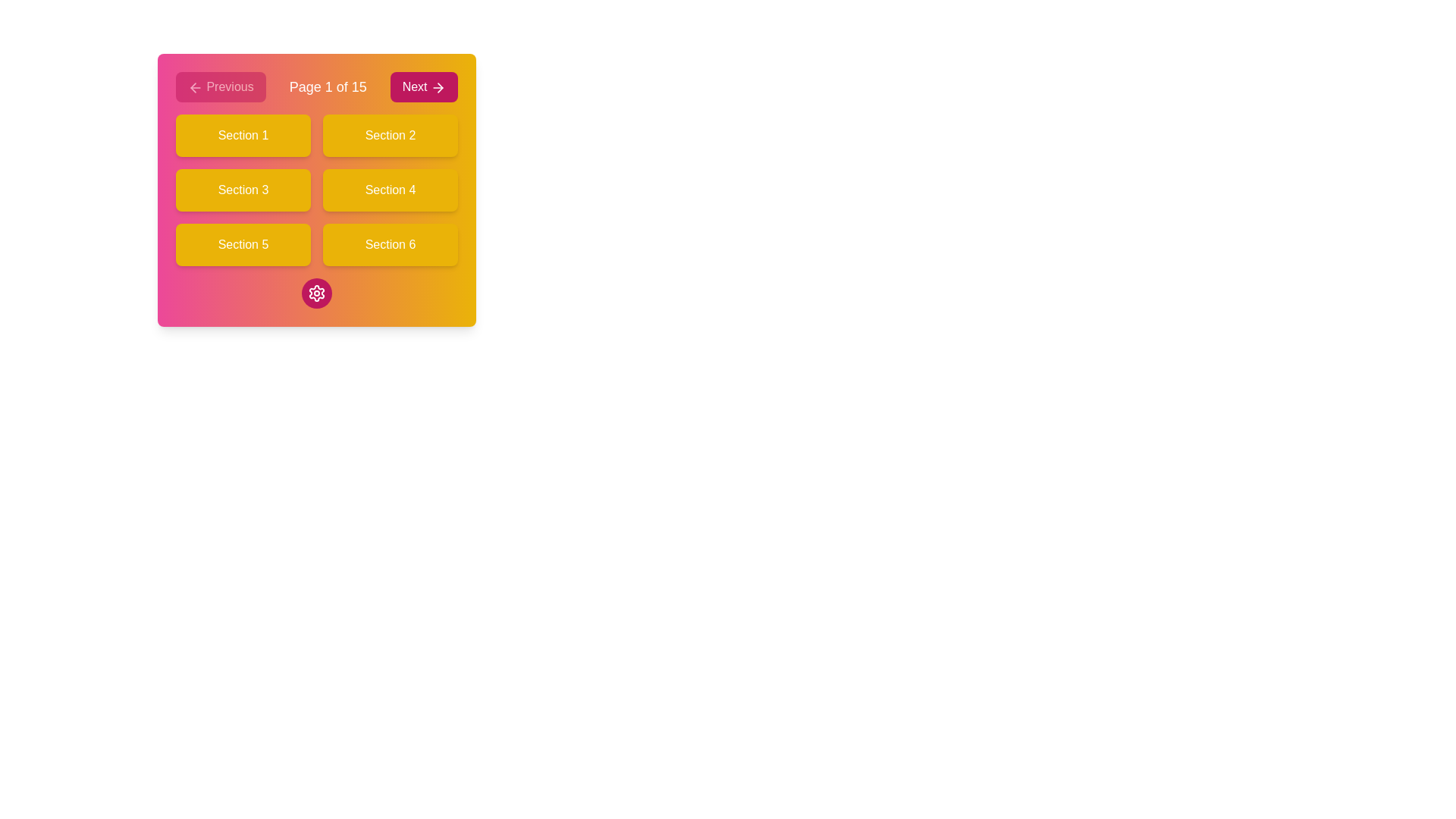 This screenshot has width=1456, height=819. What do you see at coordinates (390, 189) in the screenshot?
I see `the button that serves as a link to 'Section 4' to change its background color` at bounding box center [390, 189].